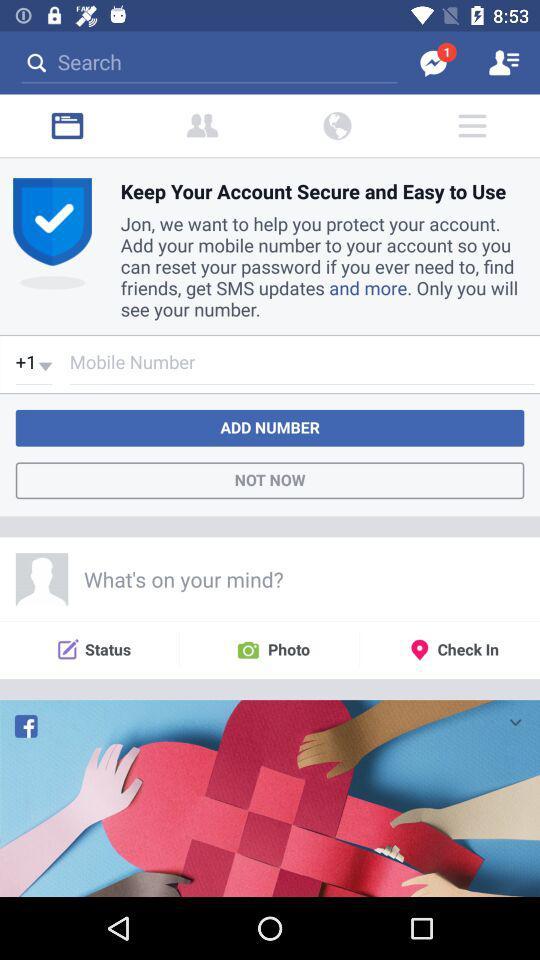 This screenshot has width=540, height=960. What do you see at coordinates (322, 262) in the screenshot?
I see `the content below keep your account secure and easy to use` at bounding box center [322, 262].